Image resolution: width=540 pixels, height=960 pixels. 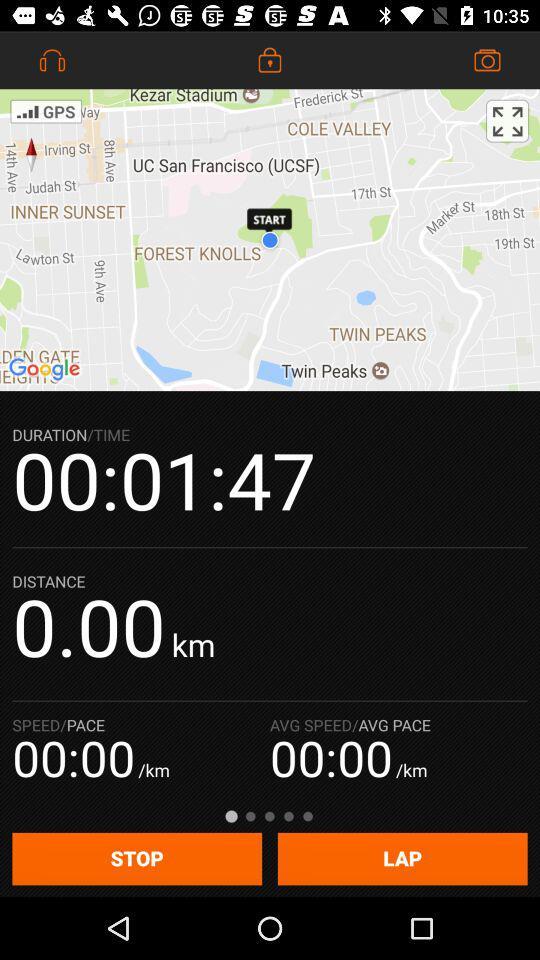 I want to click on the shop icon, so click(x=486, y=59).